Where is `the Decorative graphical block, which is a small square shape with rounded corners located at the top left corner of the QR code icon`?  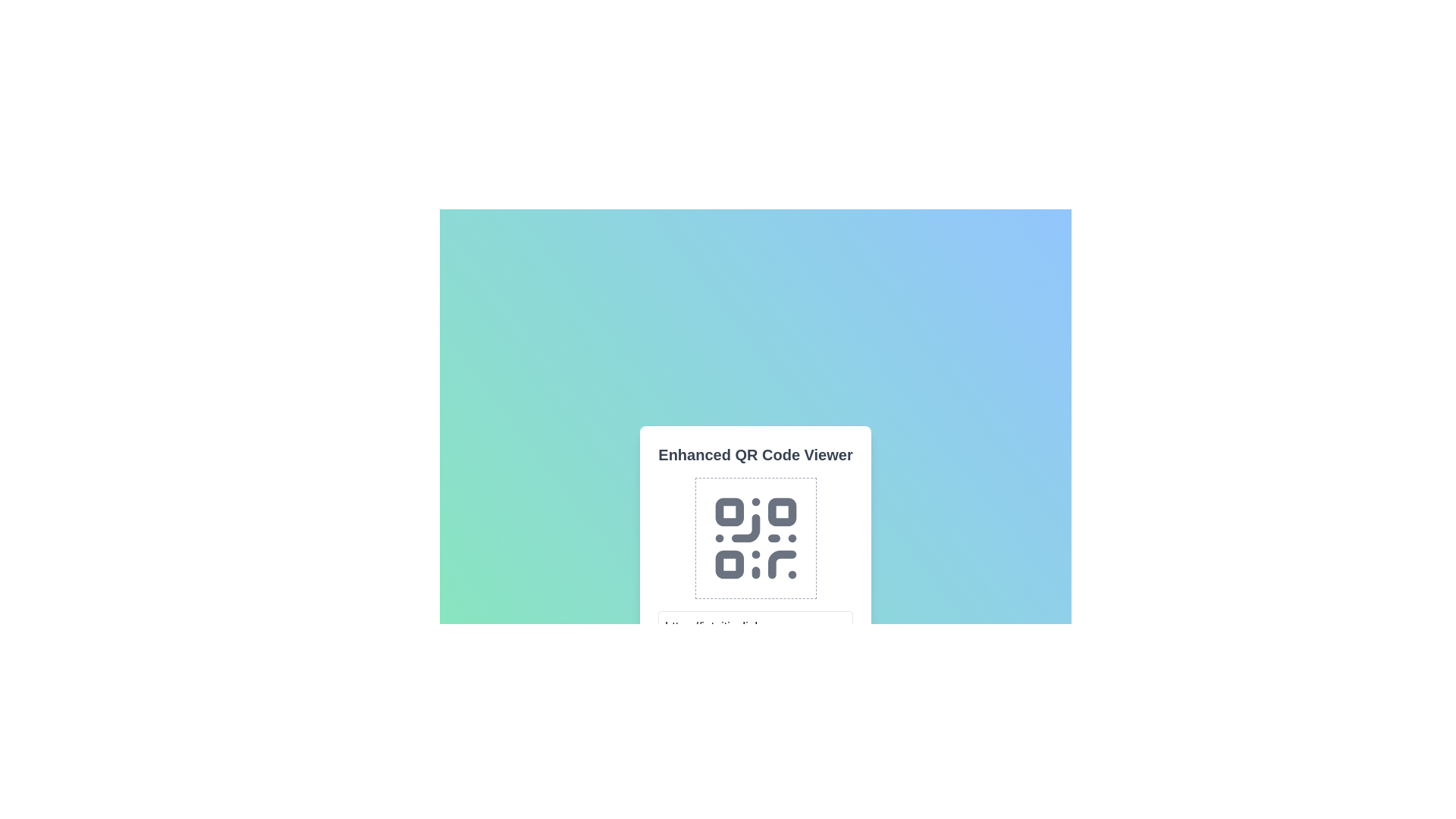 the Decorative graphical block, which is a small square shape with rounded corners located at the top left corner of the QR code icon is located at coordinates (729, 512).